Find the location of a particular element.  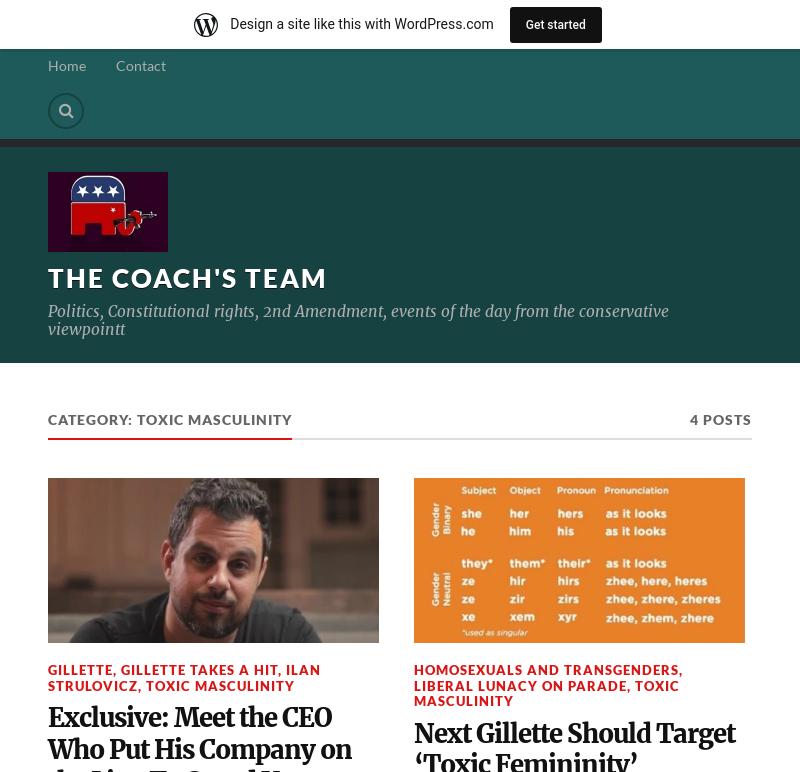

'Gillette' is located at coordinates (80, 670).